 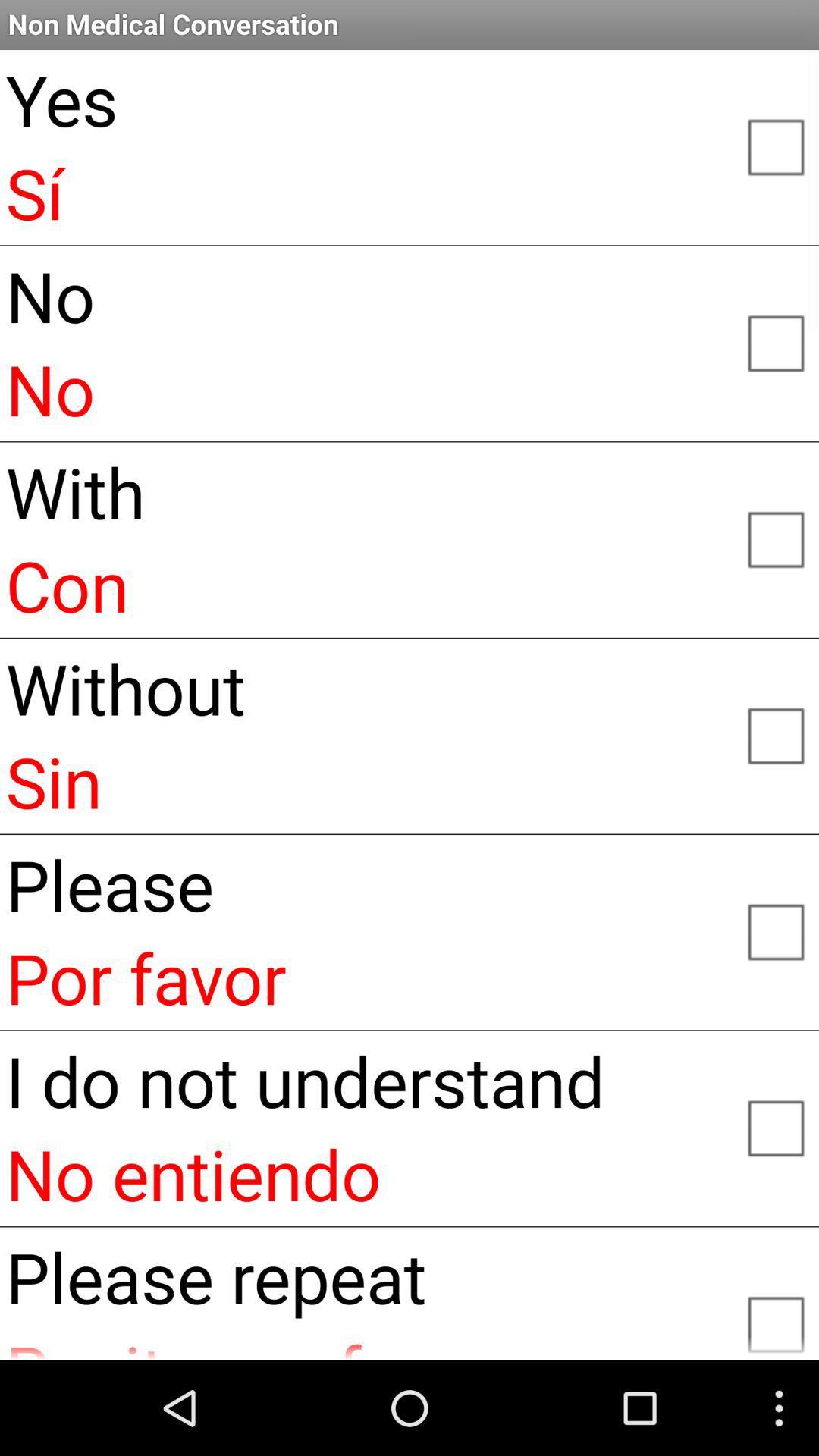 I want to click on switch no, so click(x=775, y=341).